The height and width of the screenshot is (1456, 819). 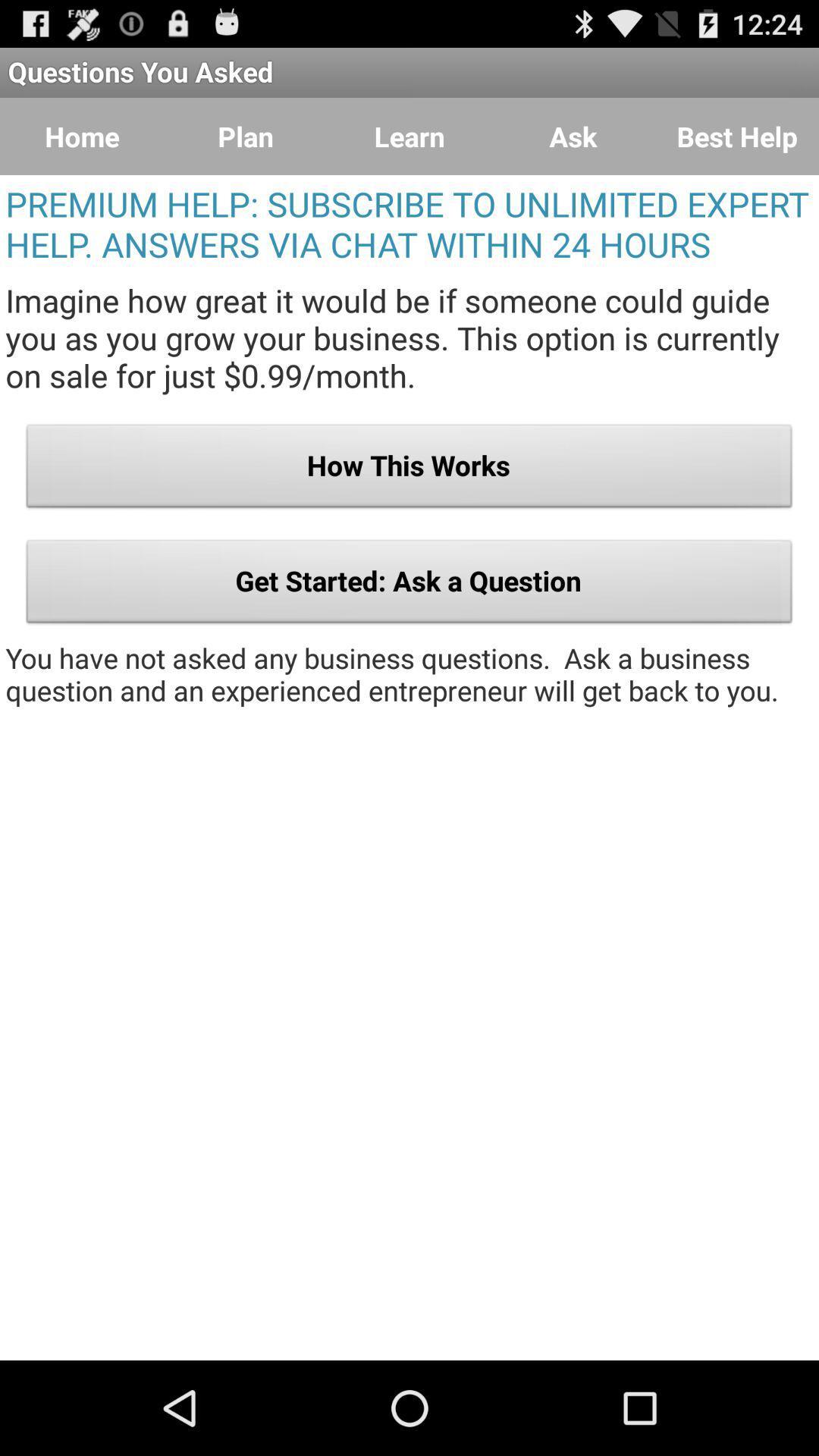 What do you see at coordinates (409, 585) in the screenshot?
I see `get started ask item` at bounding box center [409, 585].